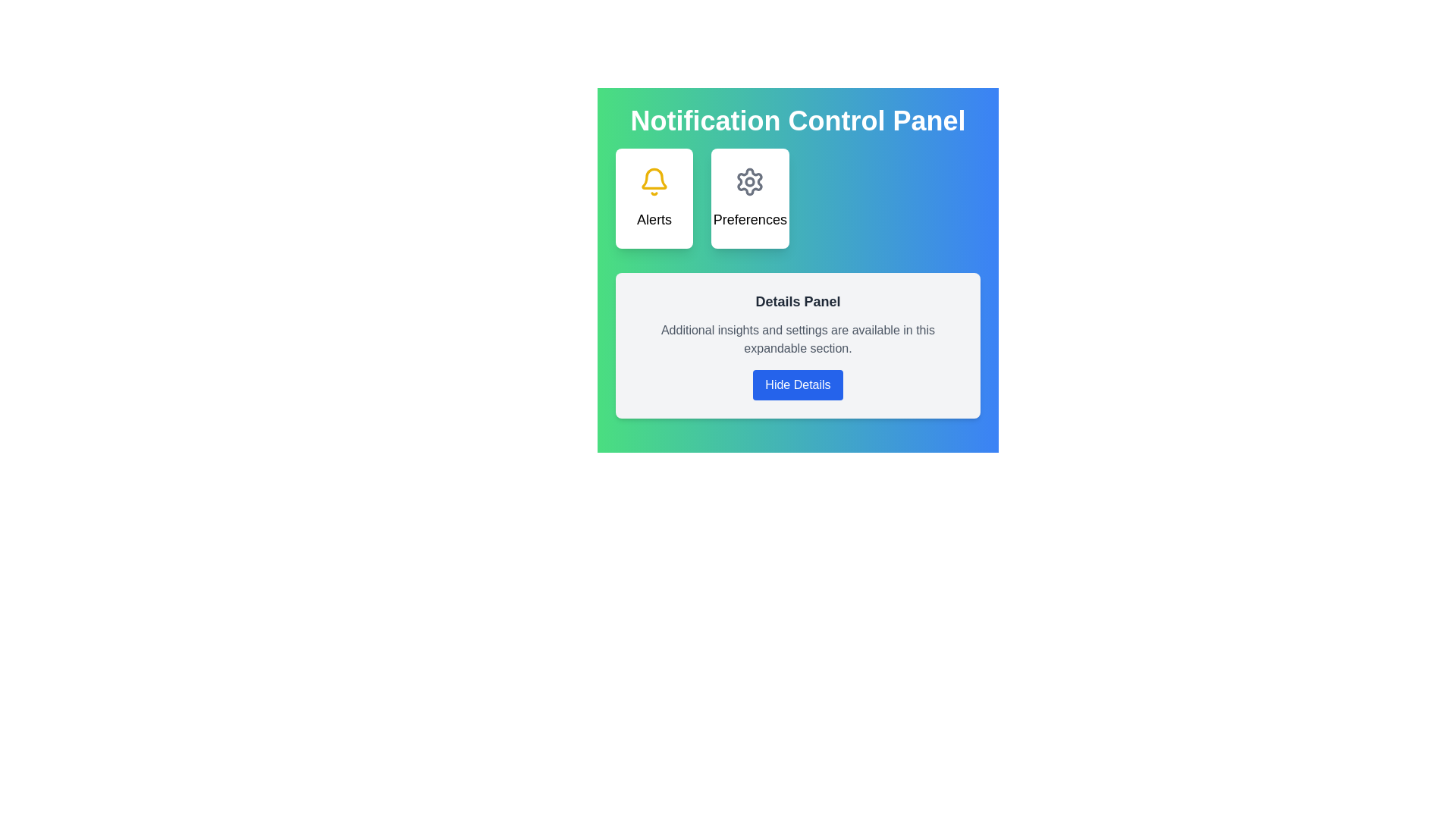 This screenshot has width=1456, height=819. What do you see at coordinates (797, 260) in the screenshot?
I see `the button labeled 'Hide Details' located within the 'Notification Control Panel' to hide the details section` at bounding box center [797, 260].